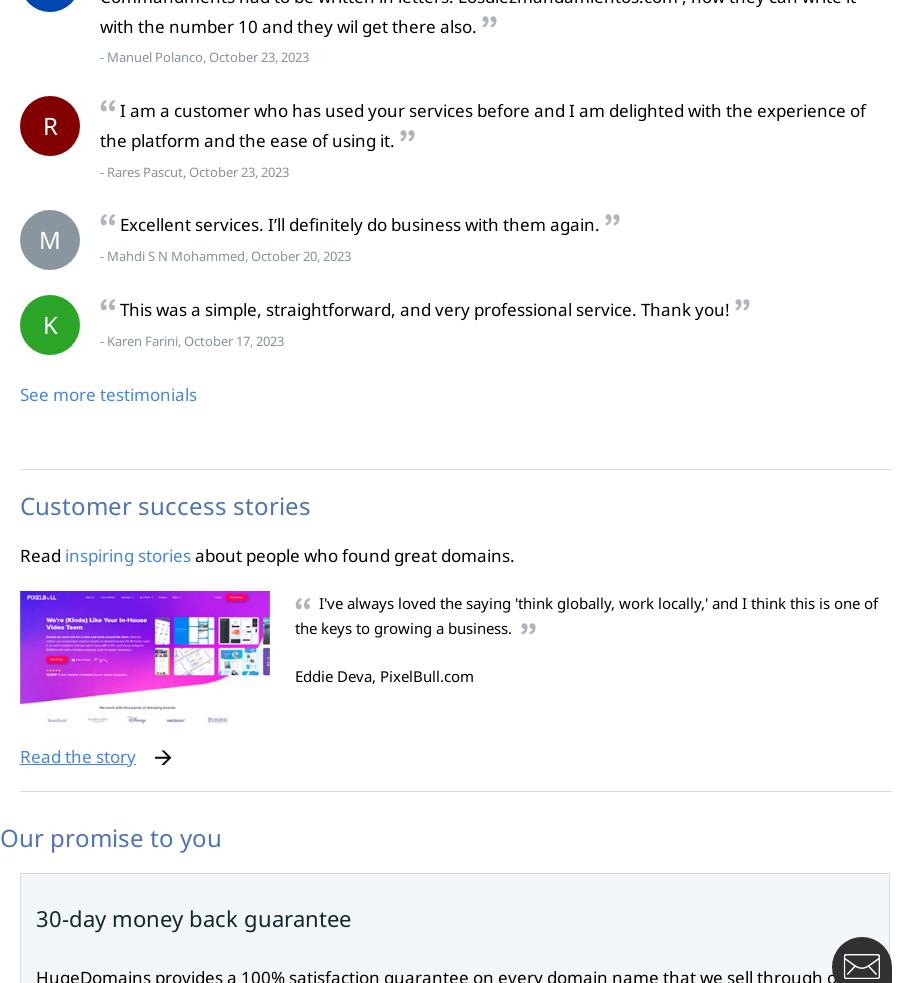  Describe the element at coordinates (294, 674) in the screenshot. I see `'Eddie Deva, PixelBull.com'` at that location.